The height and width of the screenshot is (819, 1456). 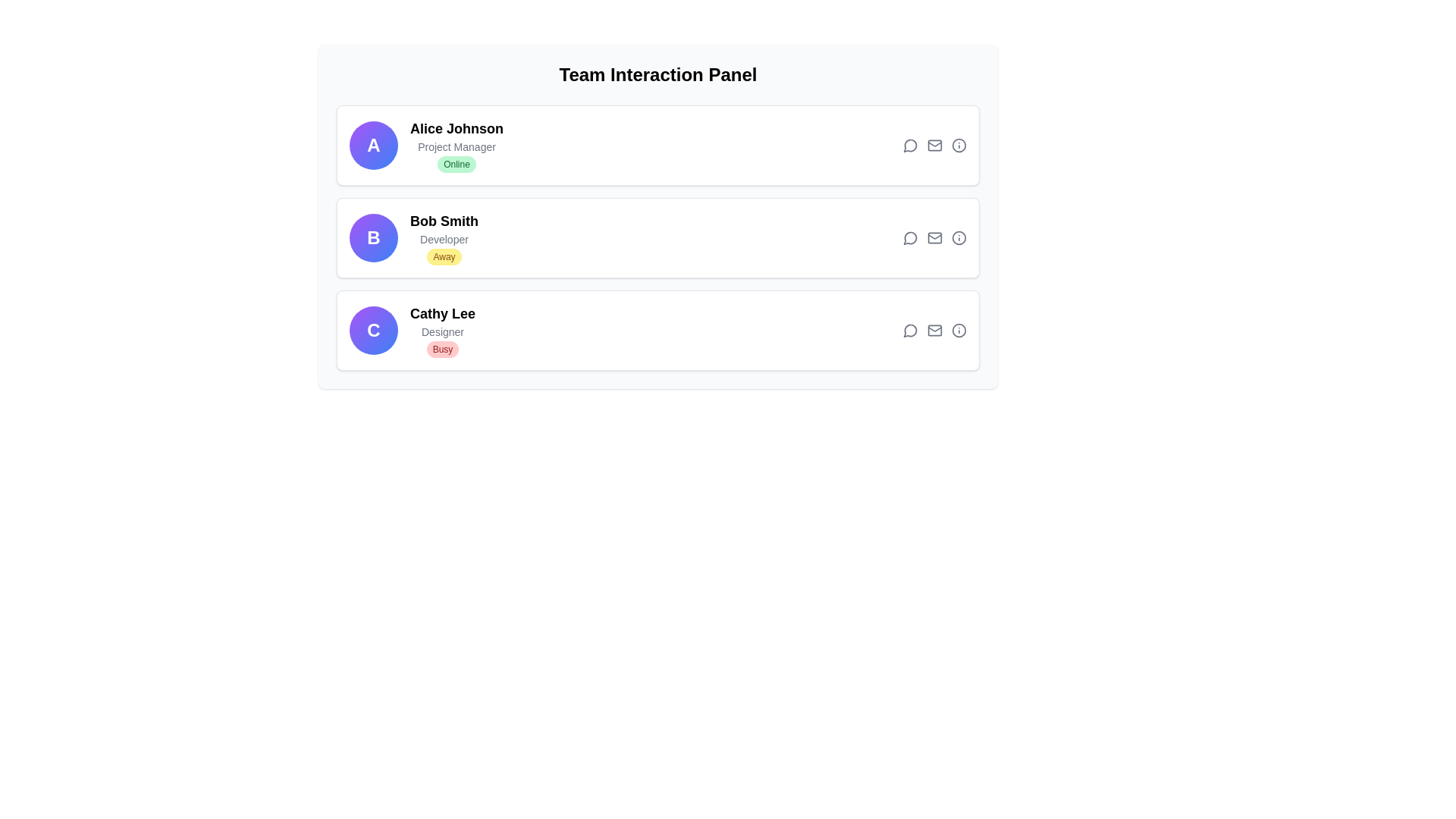 What do you see at coordinates (443, 239) in the screenshot?
I see `the static text displaying the job title of 'Bob Smith' in the user listing interface` at bounding box center [443, 239].